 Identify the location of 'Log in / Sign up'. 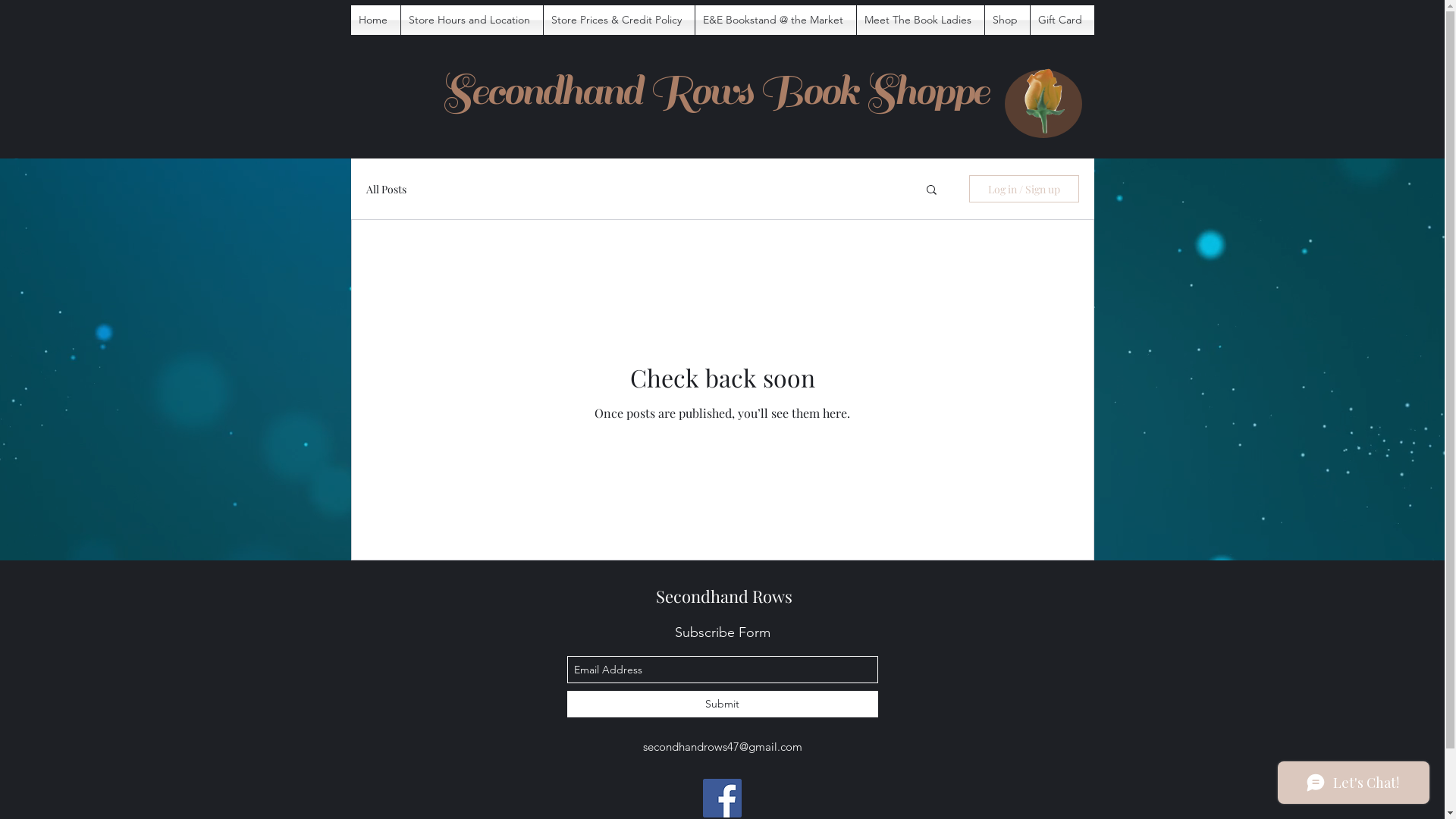
(1024, 188).